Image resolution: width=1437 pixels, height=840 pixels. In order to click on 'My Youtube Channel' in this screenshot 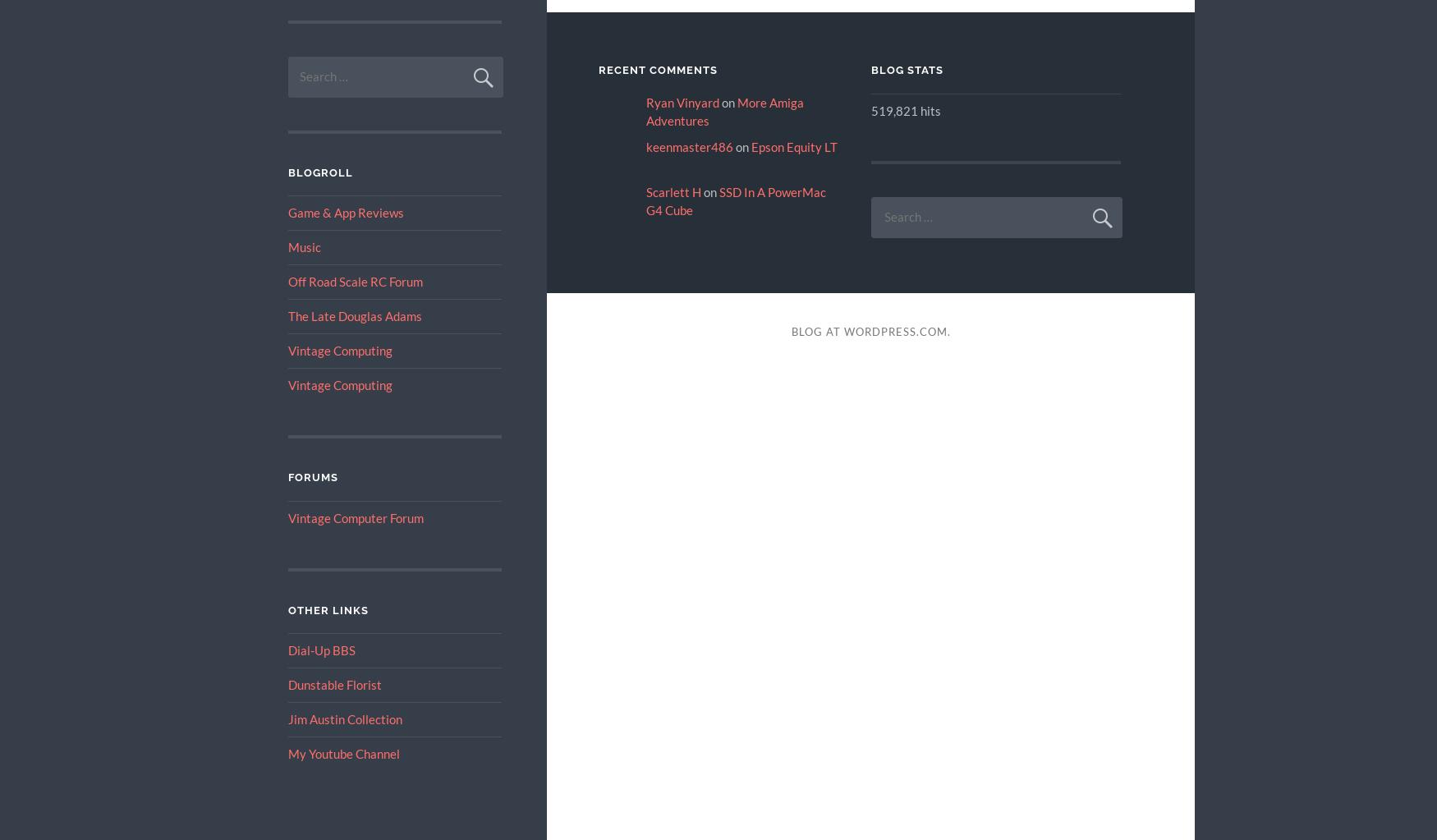, I will do `click(287, 753)`.